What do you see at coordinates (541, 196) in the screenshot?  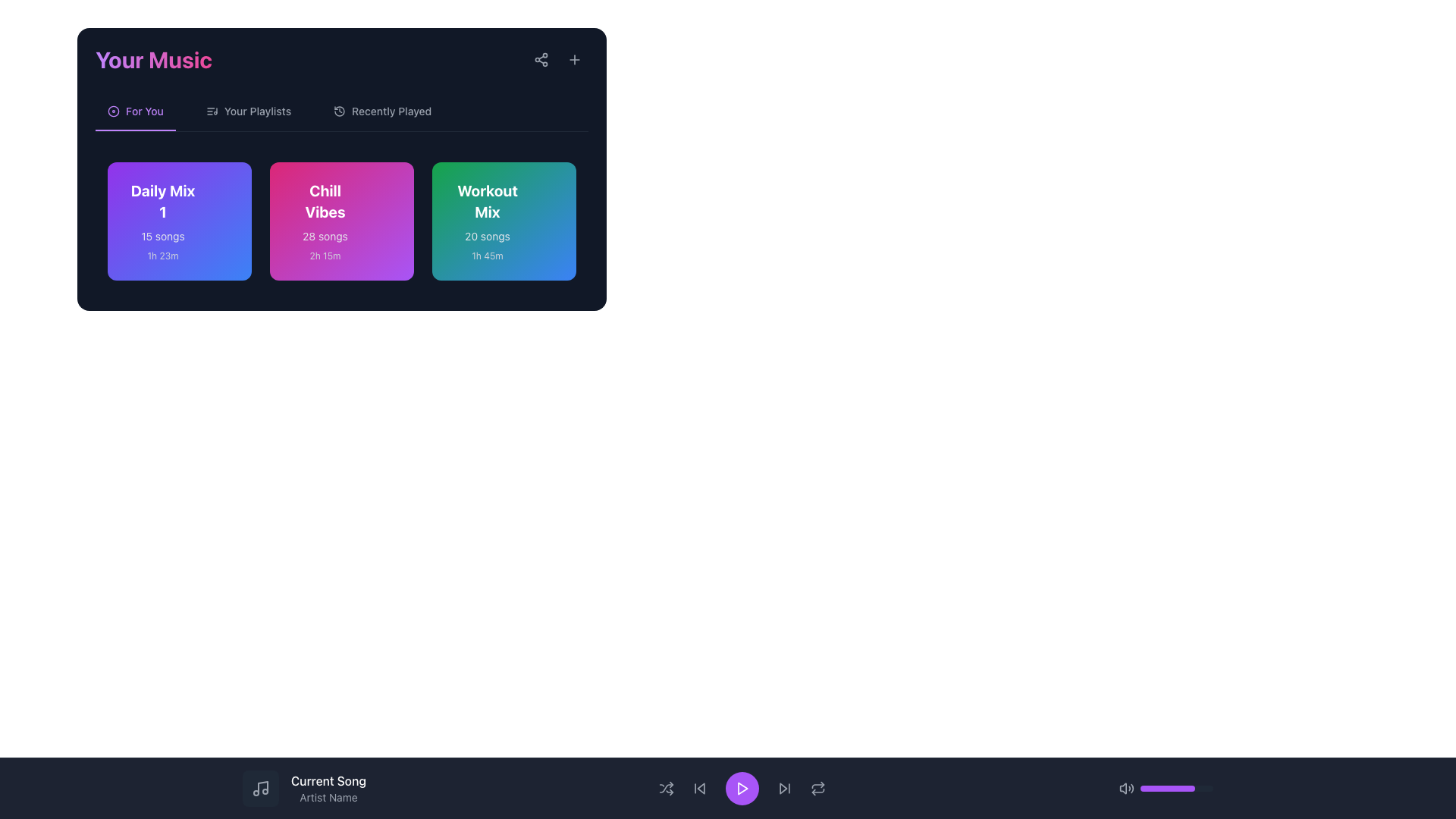 I see `the button located in the upper-right corner of the 'Workout Mix' playlist tile to make it more visible` at bounding box center [541, 196].